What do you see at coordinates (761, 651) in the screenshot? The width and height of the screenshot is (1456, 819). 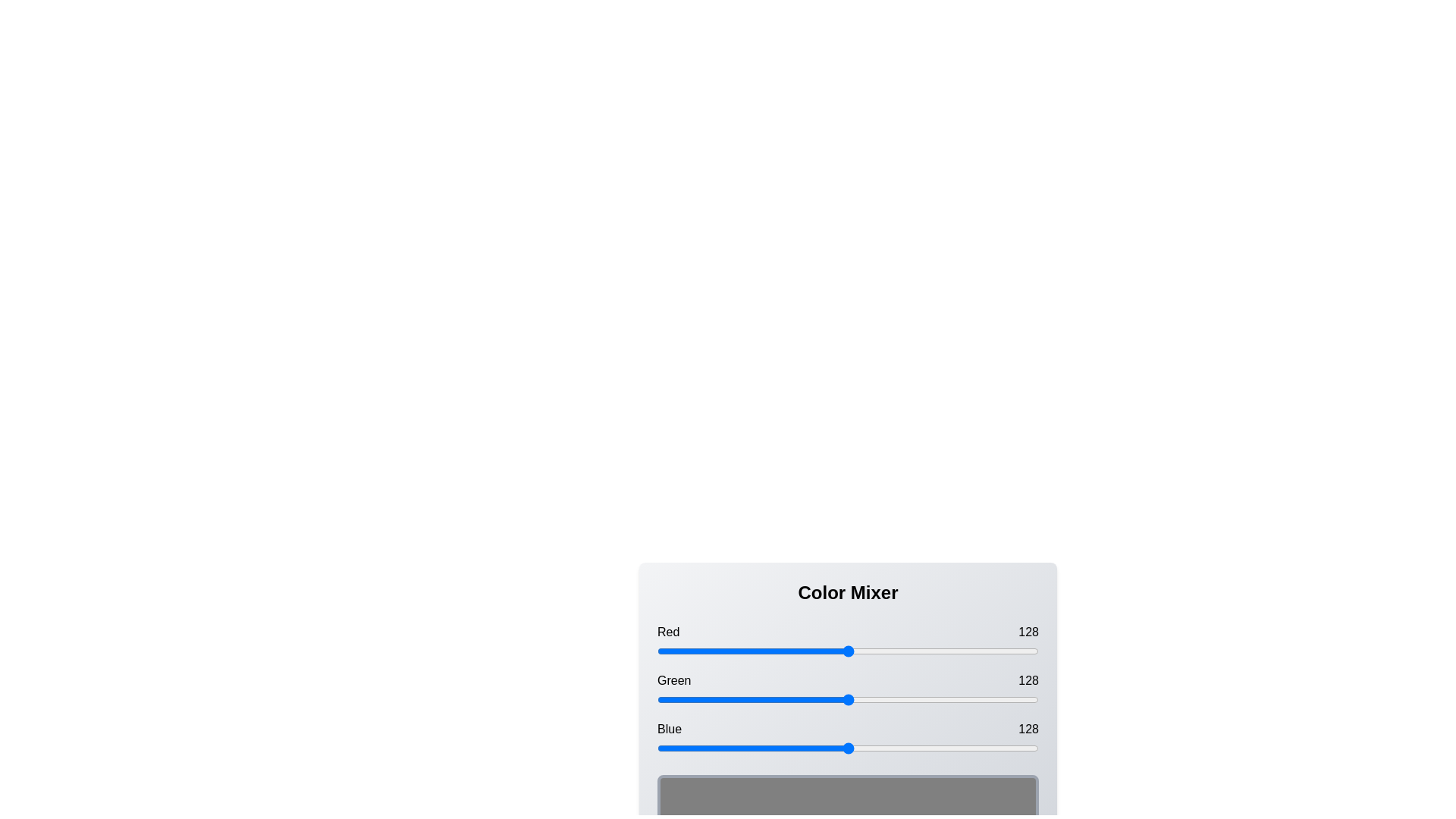 I see `the red slider to 69` at bounding box center [761, 651].